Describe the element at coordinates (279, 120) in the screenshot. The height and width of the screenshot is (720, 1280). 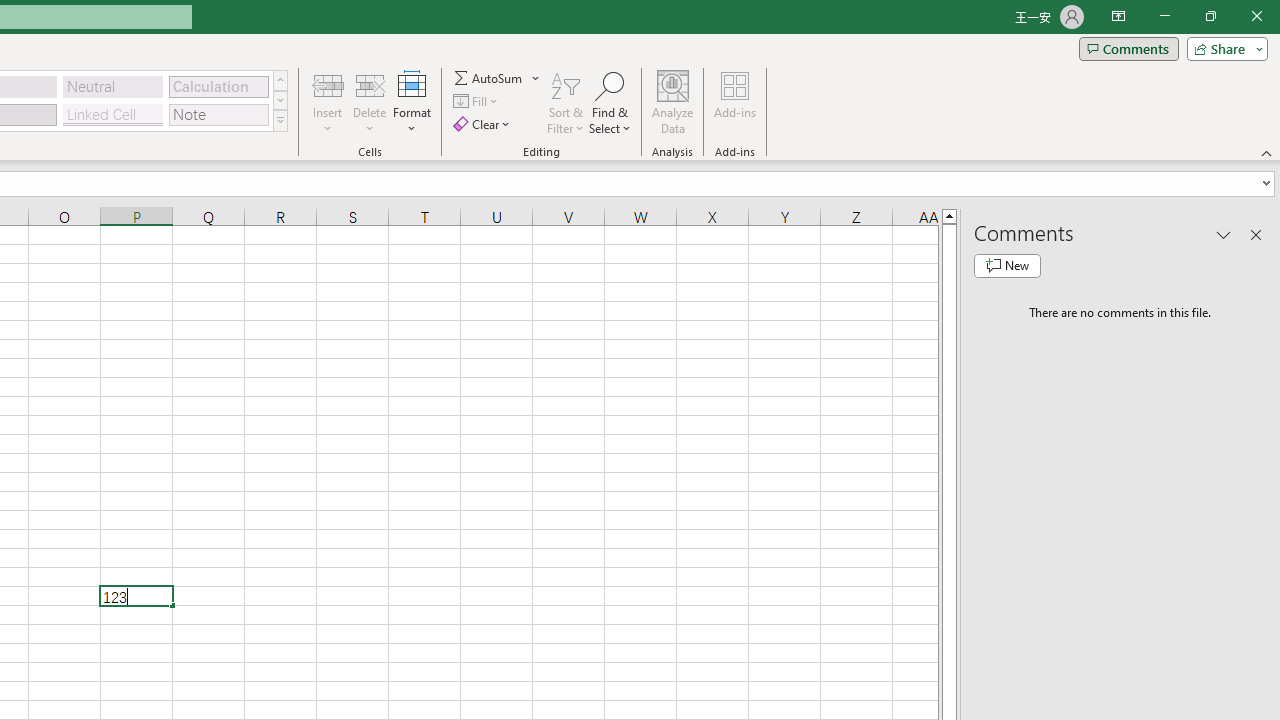
I see `'Class: NetUIImage'` at that location.